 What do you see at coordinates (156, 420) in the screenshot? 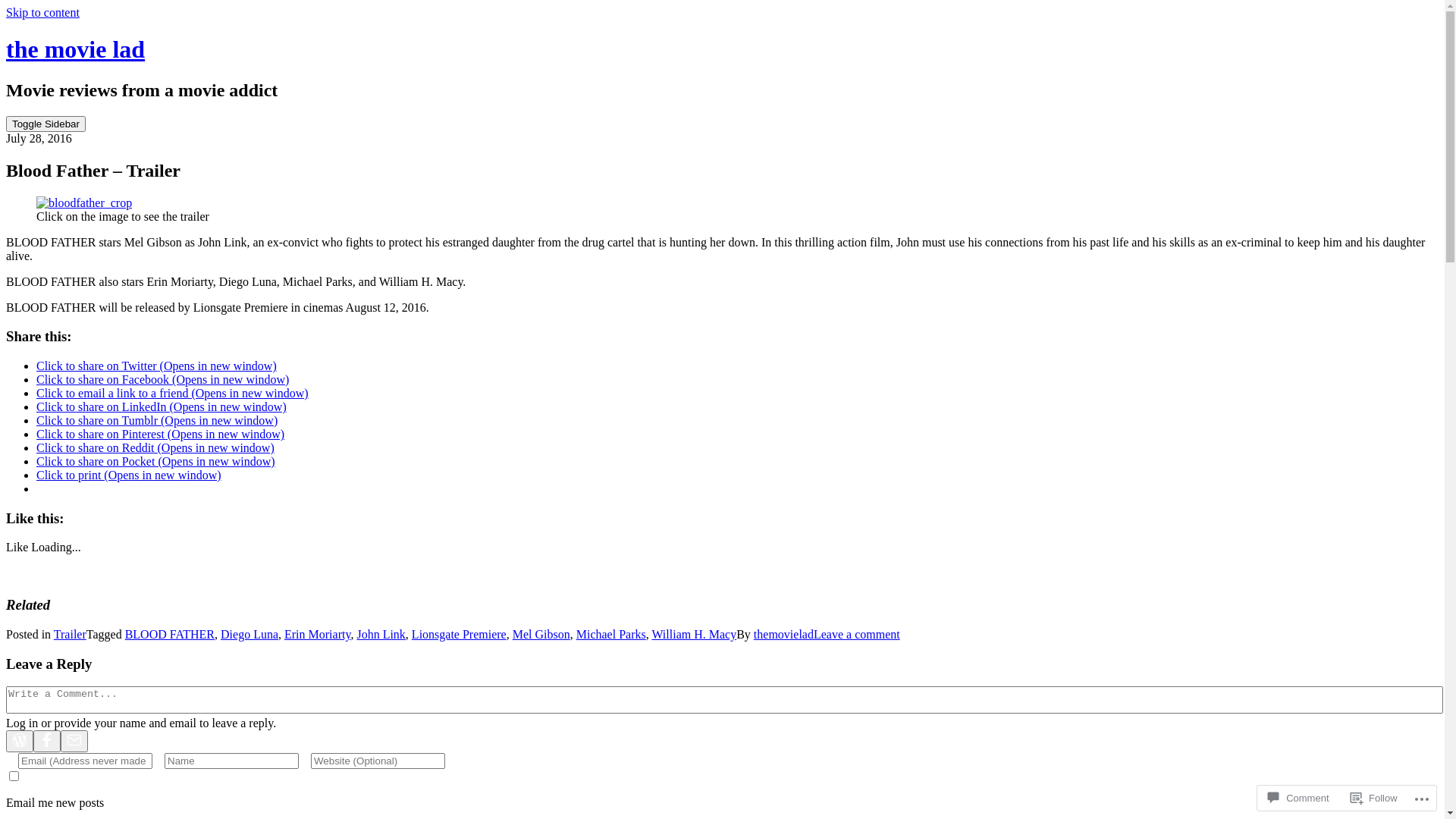
I see `'Click to share on Tumblr (Opens in new window)'` at bounding box center [156, 420].